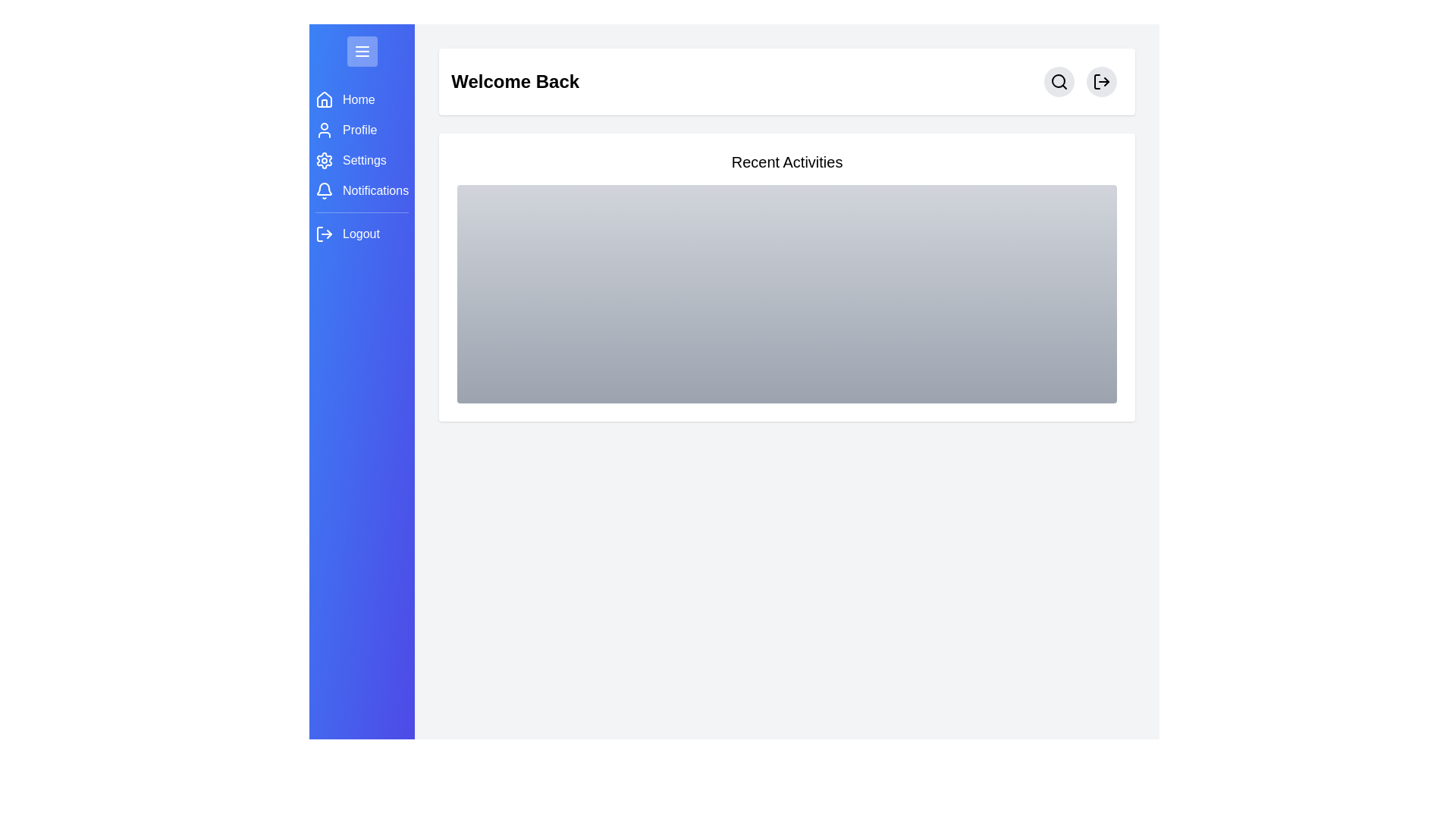  Describe the element at coordinates (1058, 82) in the screenshot. I see `the circular search button with a magnifying glass icon located at the top right section of the primary content area to initiate search` at that location.